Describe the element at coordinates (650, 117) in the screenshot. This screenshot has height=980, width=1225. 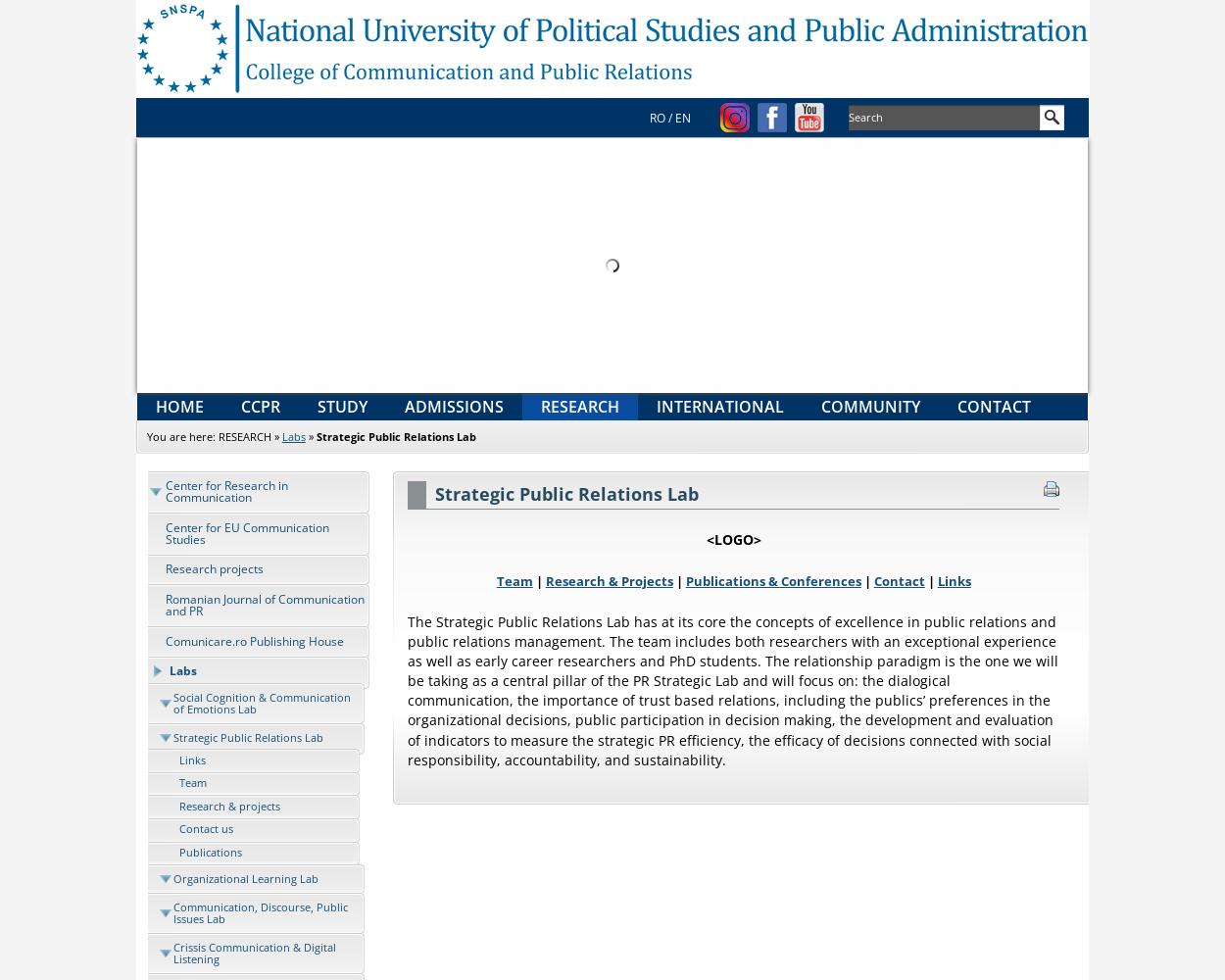
I see `'RO'` at that location.